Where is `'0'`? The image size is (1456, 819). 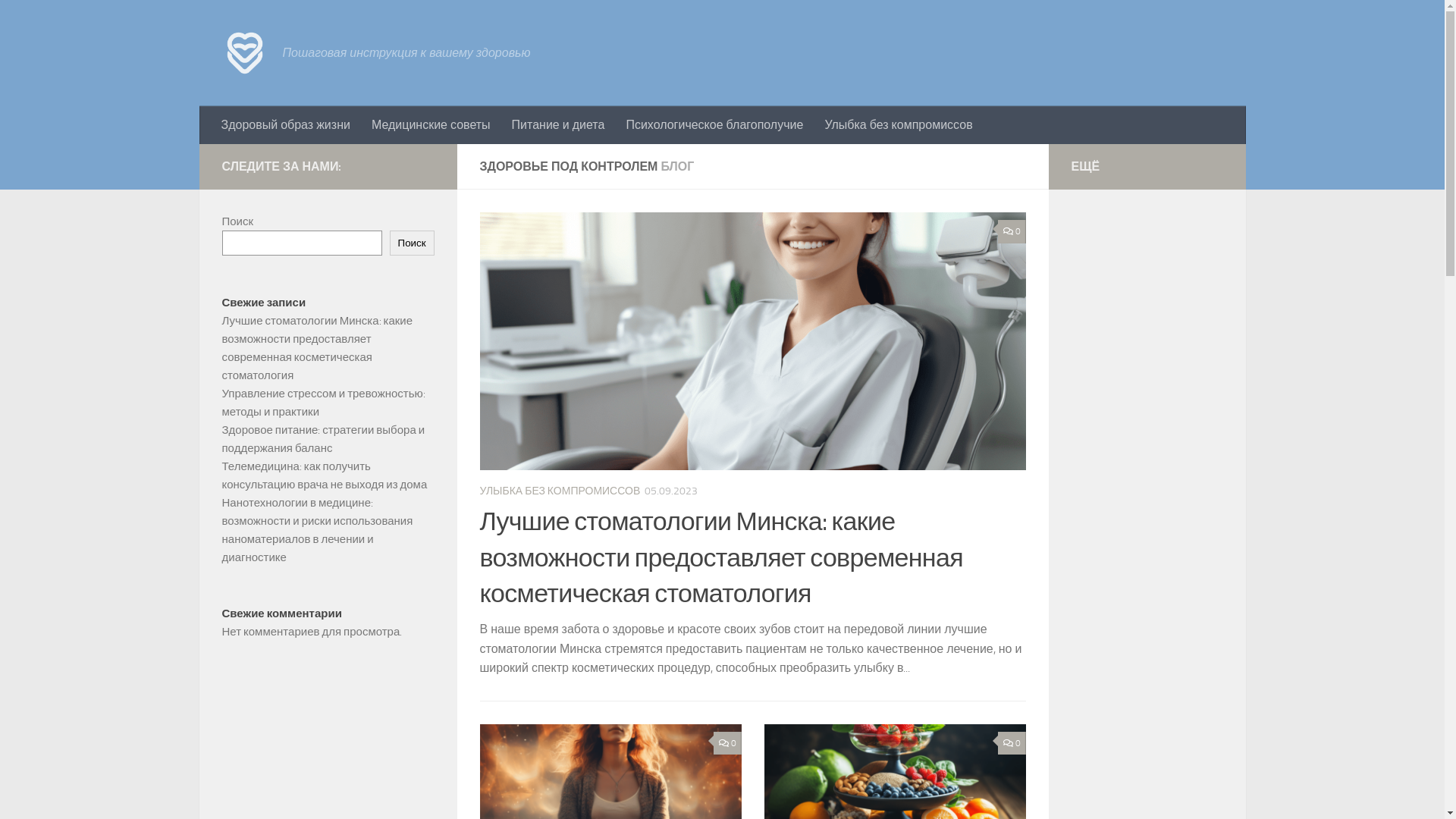
'0' is located at coordinates (1012, 742).